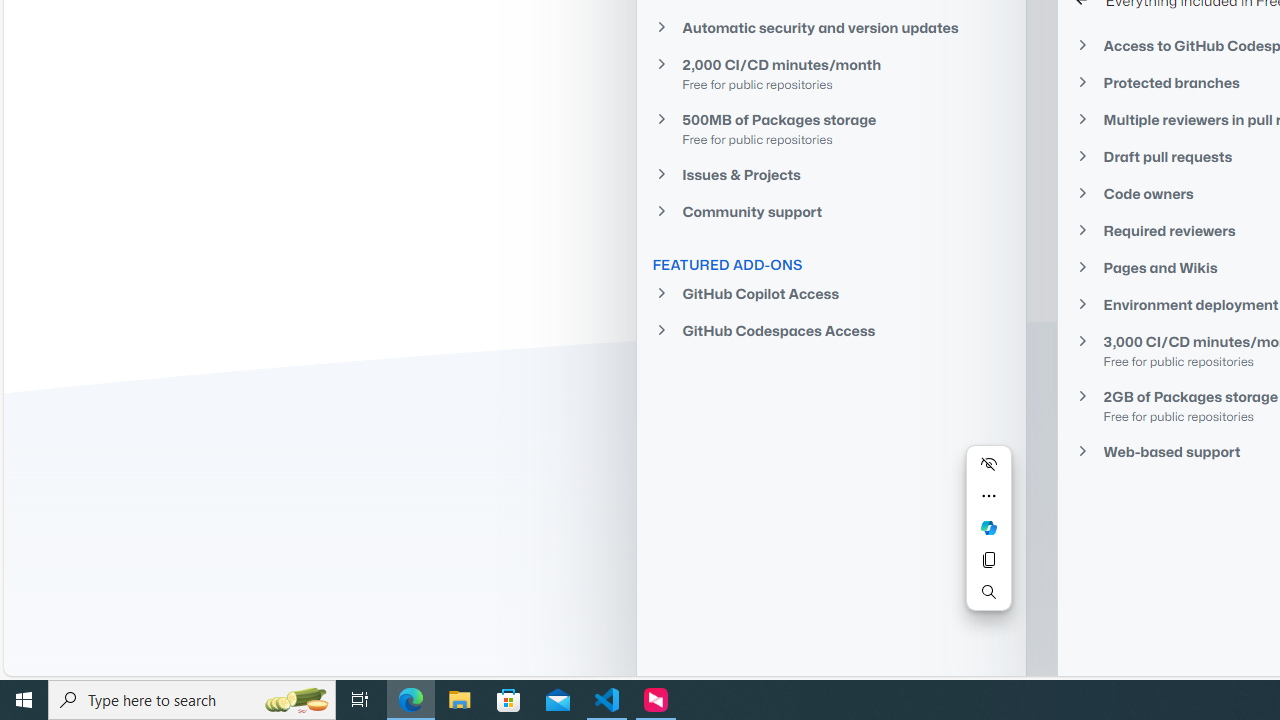  What do you see at coordinates (830, 293) in the screenshot?
I see `'GitHub Copilot Access'` at bounding box center [830, 293].